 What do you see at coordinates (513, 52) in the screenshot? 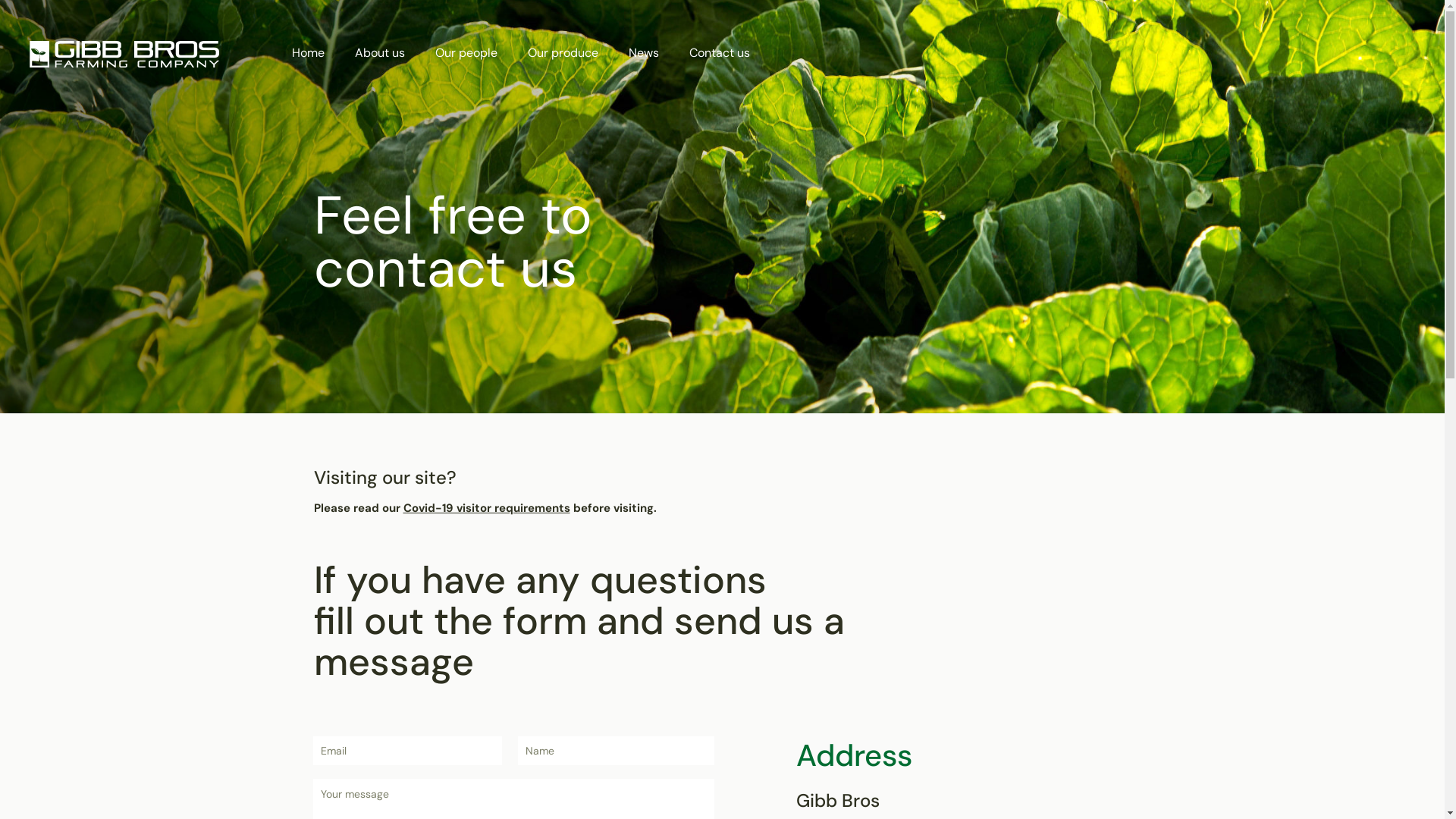
I see `'Our produce'` at bounding box center [513, 52].